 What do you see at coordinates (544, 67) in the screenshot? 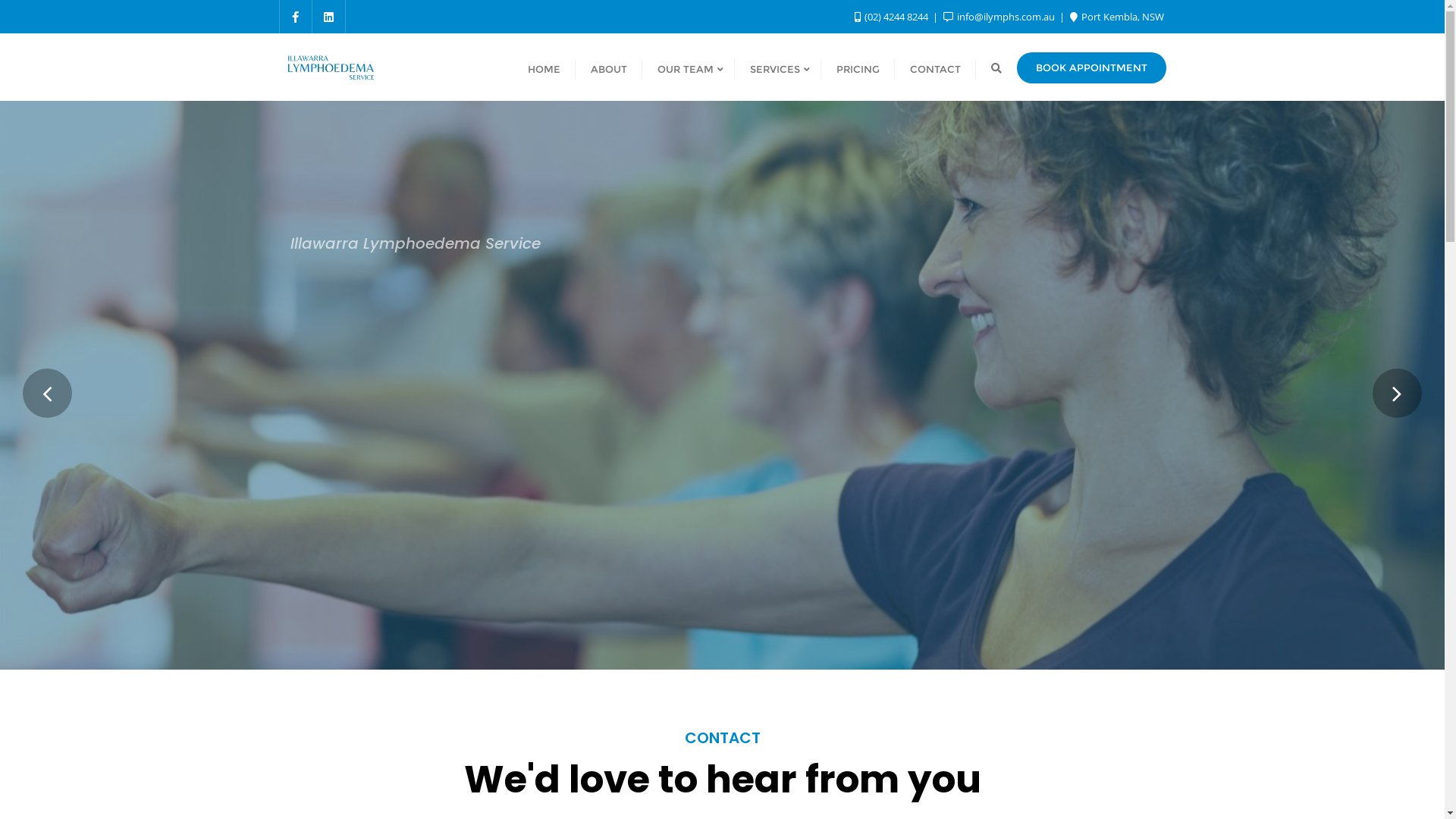
I see `'HOME'` at bounding box center [544, 67].